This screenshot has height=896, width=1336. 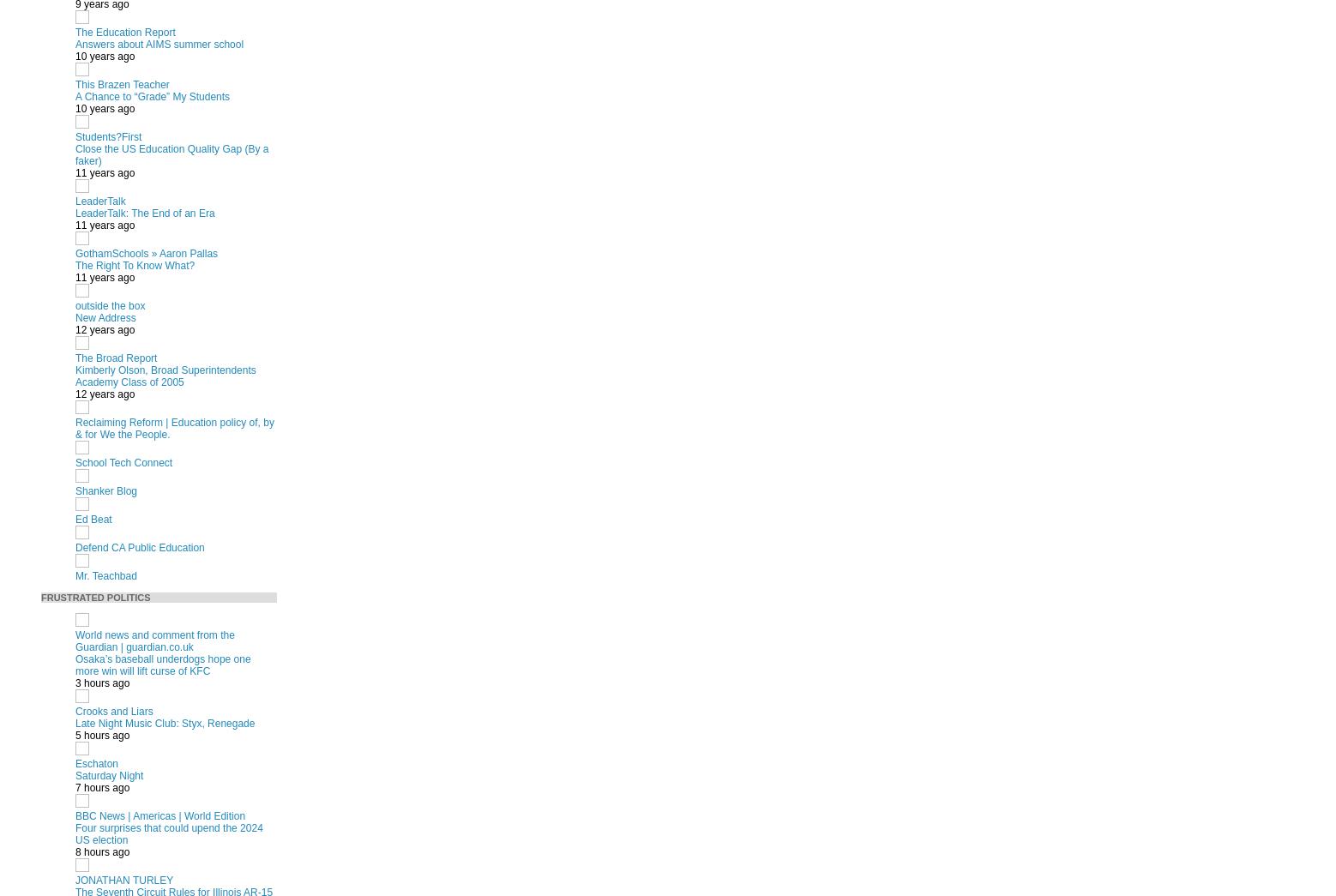 What do you see at coordinates (75, 211) in the screenshot?
I see `'LeaderTalk: The End of an Era'` at bounding box center [75, 211].